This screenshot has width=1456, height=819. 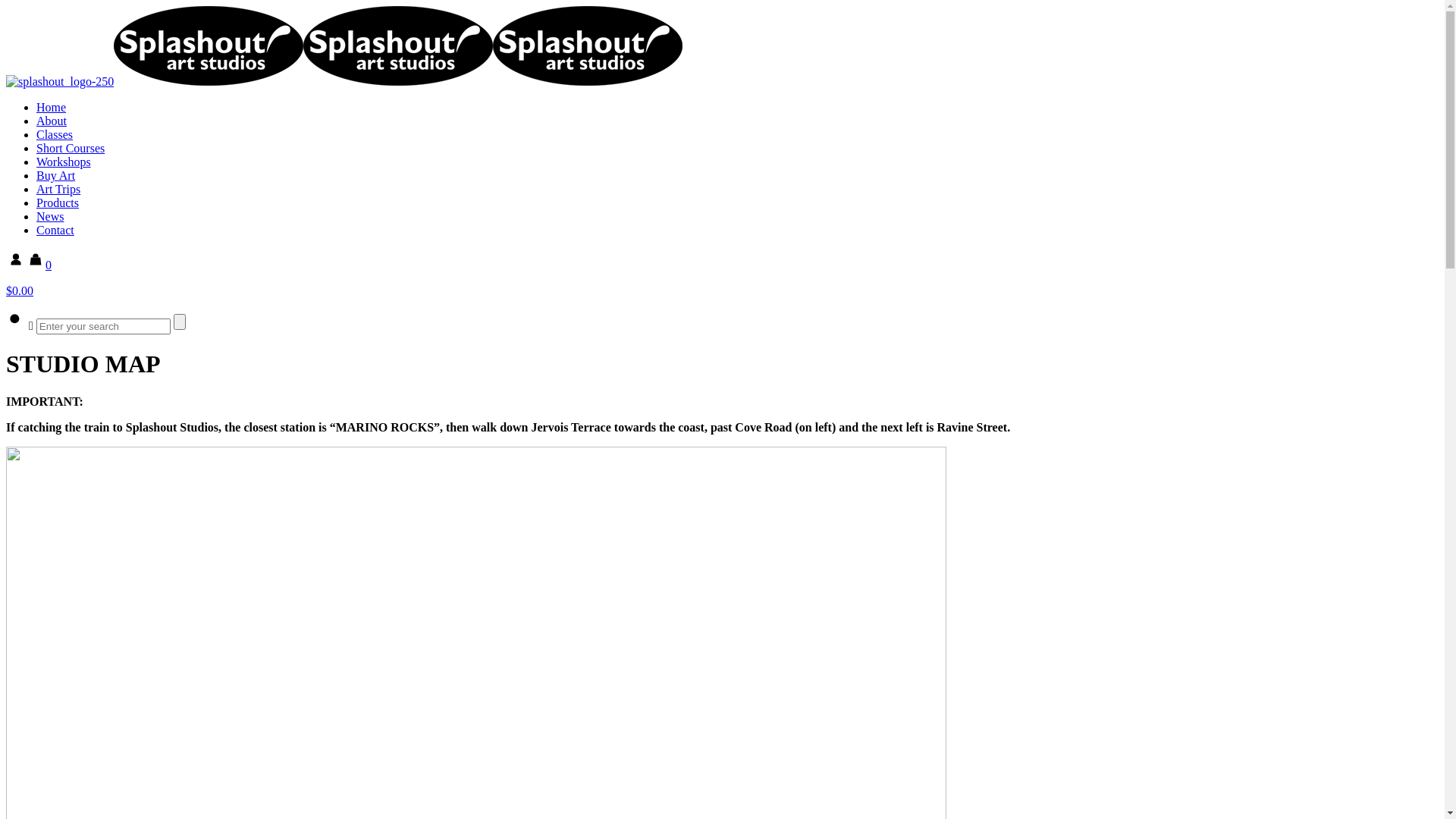 What do you see at coordinates (55, 174) in the screenshot?
I see `'Buy Art'` at bounding box center [55, 174].